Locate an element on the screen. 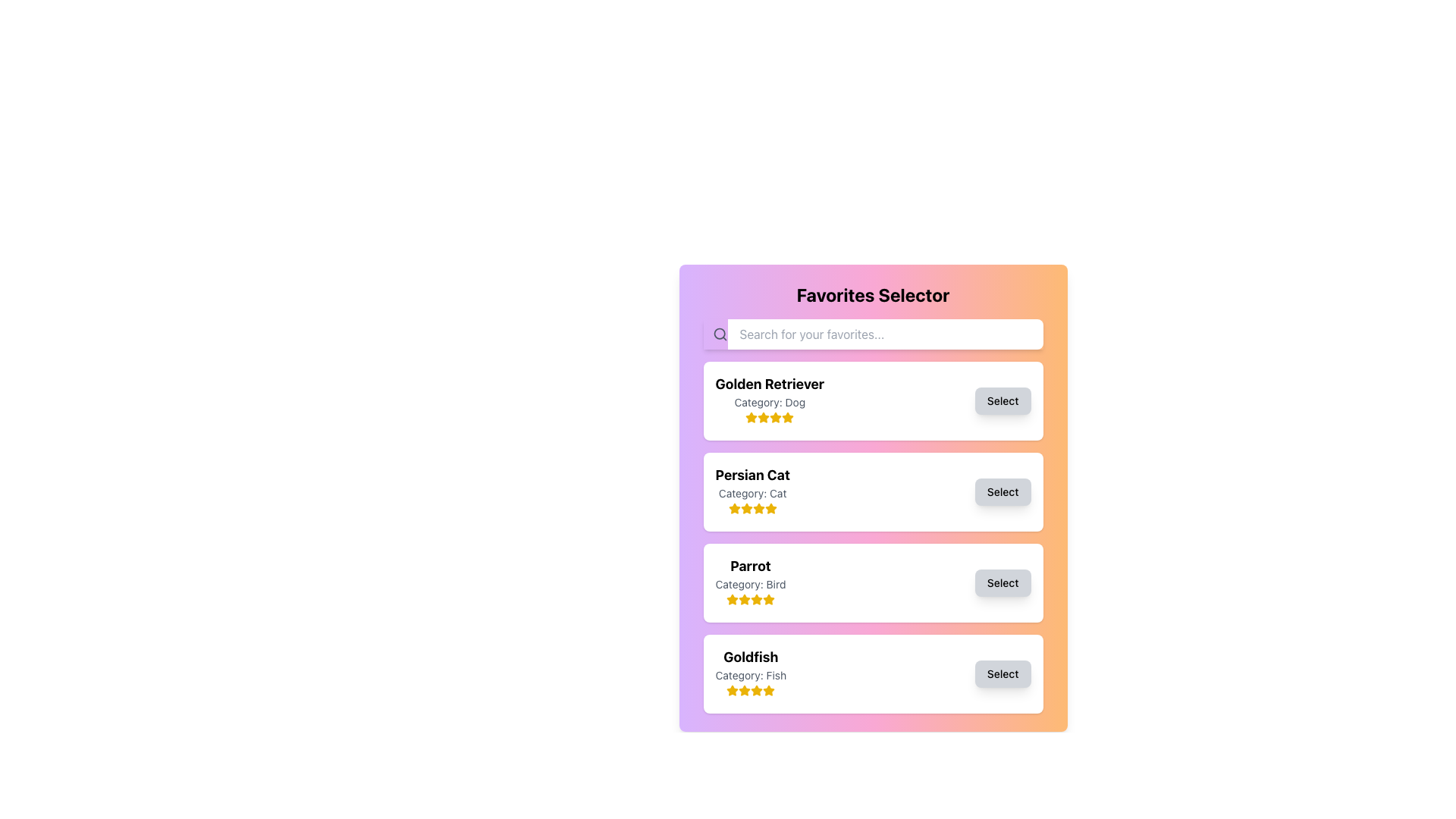 Image resolution: width=1456 pixels, height=819 pixels. the search icon located to the left of the input field with the placeholder text 'Search for your favorites...' is located at coordinates (719, 333).